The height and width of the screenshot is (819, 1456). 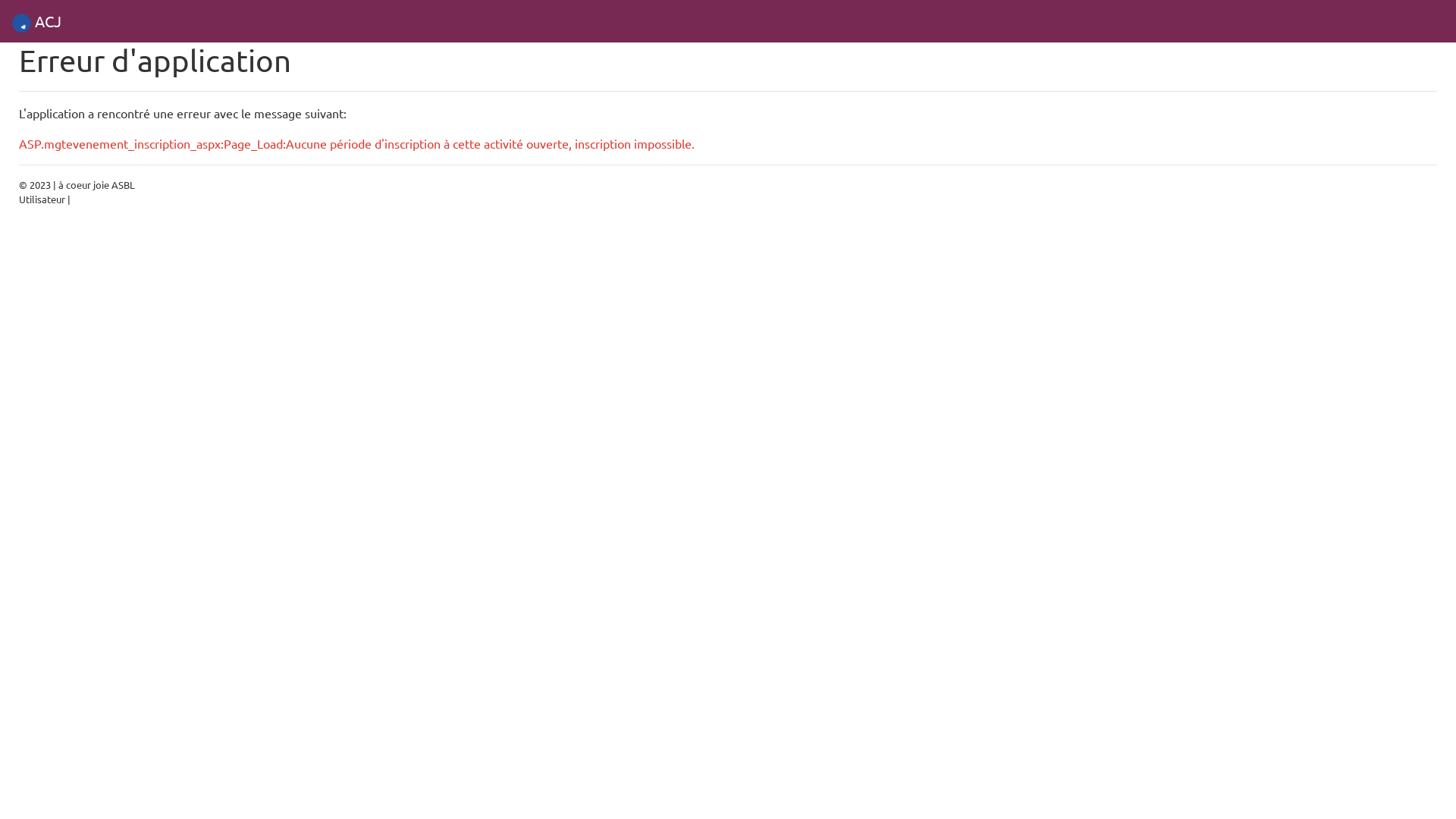 I want to click on ' ACJ', so click(x=11, y=20).